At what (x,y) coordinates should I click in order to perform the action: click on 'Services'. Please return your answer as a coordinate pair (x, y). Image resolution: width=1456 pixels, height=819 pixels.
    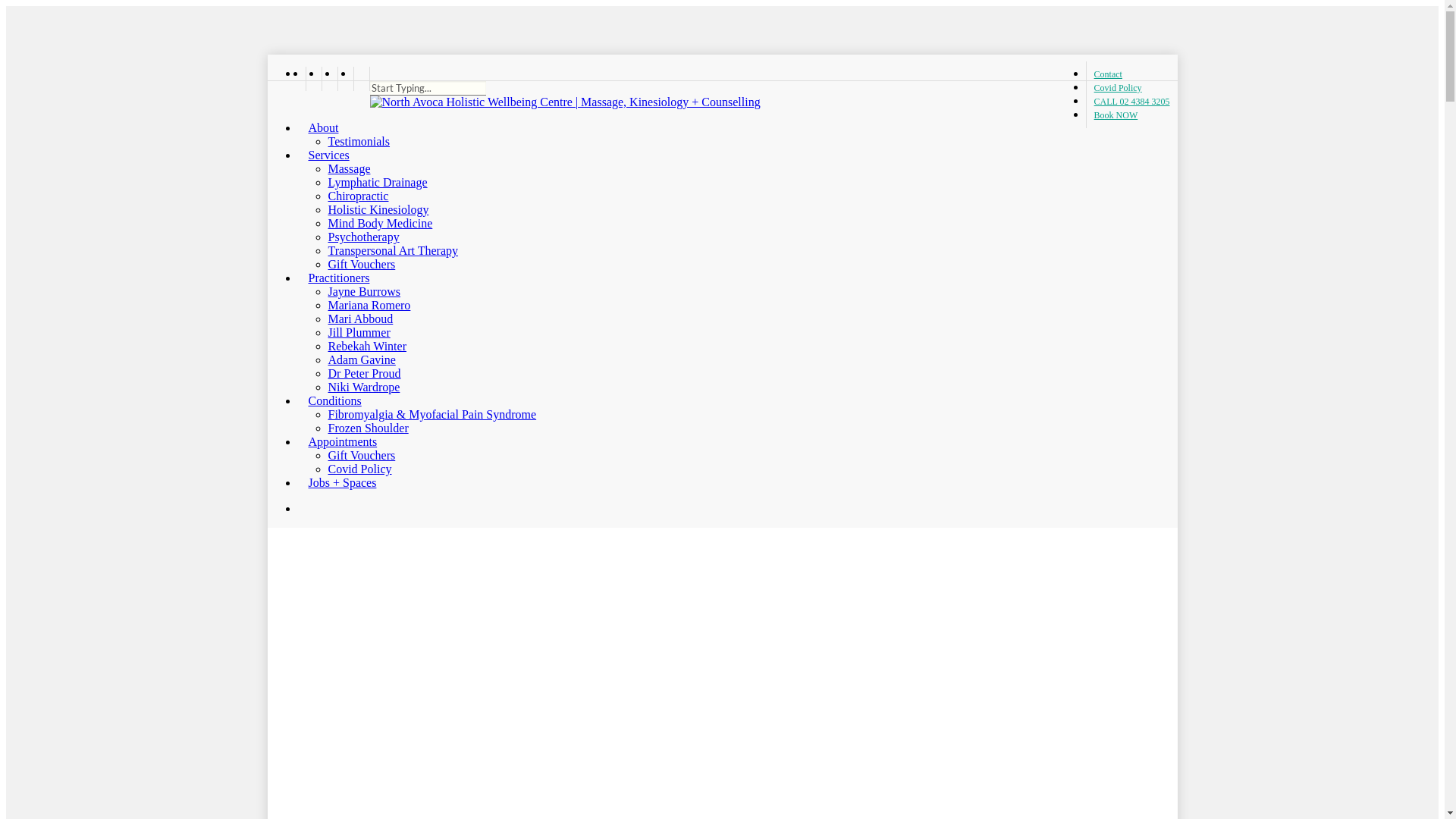
    Looking at the image, I should click on (322, 155).